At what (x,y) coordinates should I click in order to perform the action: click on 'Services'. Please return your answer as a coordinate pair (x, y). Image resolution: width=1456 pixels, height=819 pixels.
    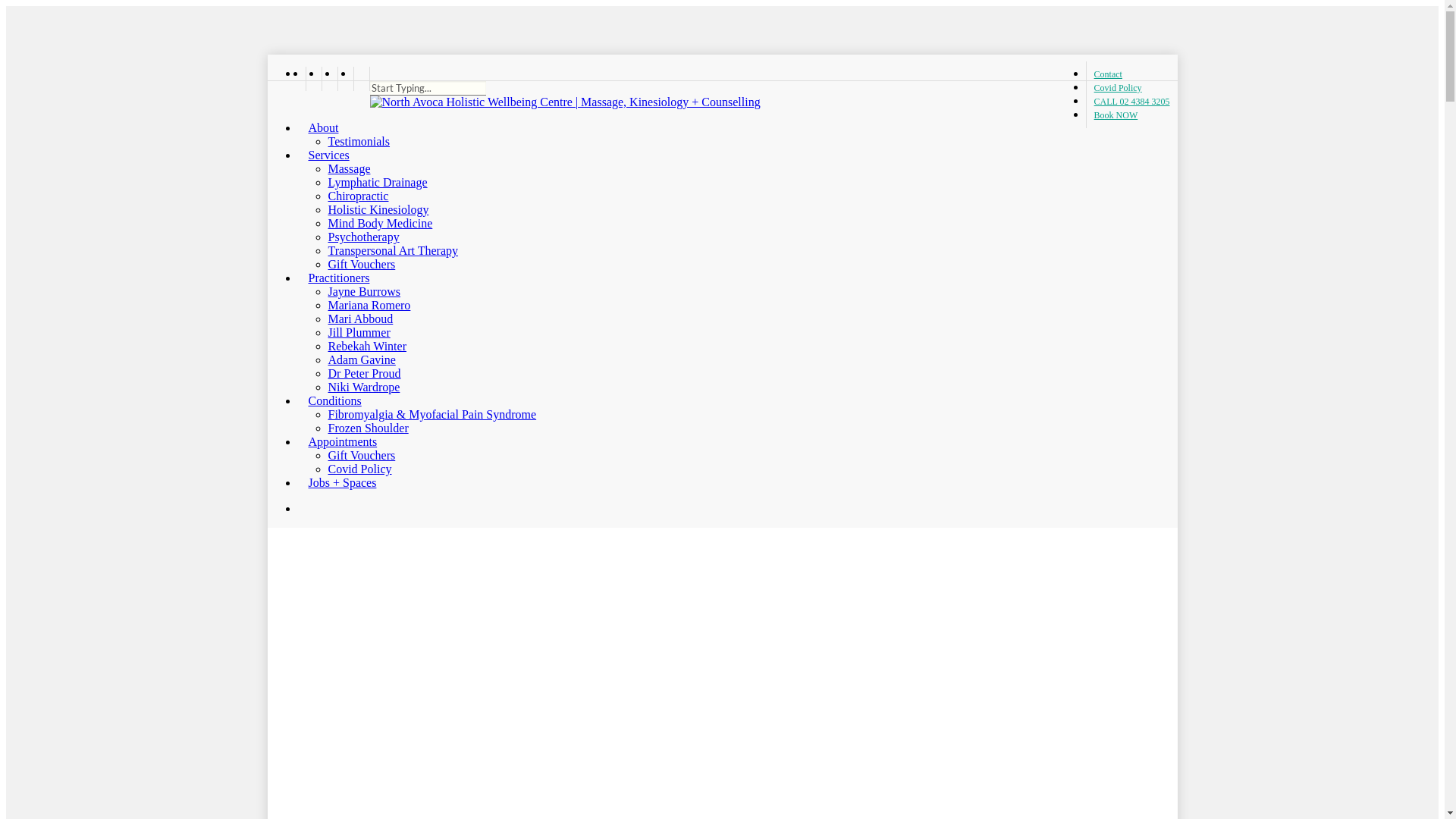
    Looking at the image, I should click on (322, 155).